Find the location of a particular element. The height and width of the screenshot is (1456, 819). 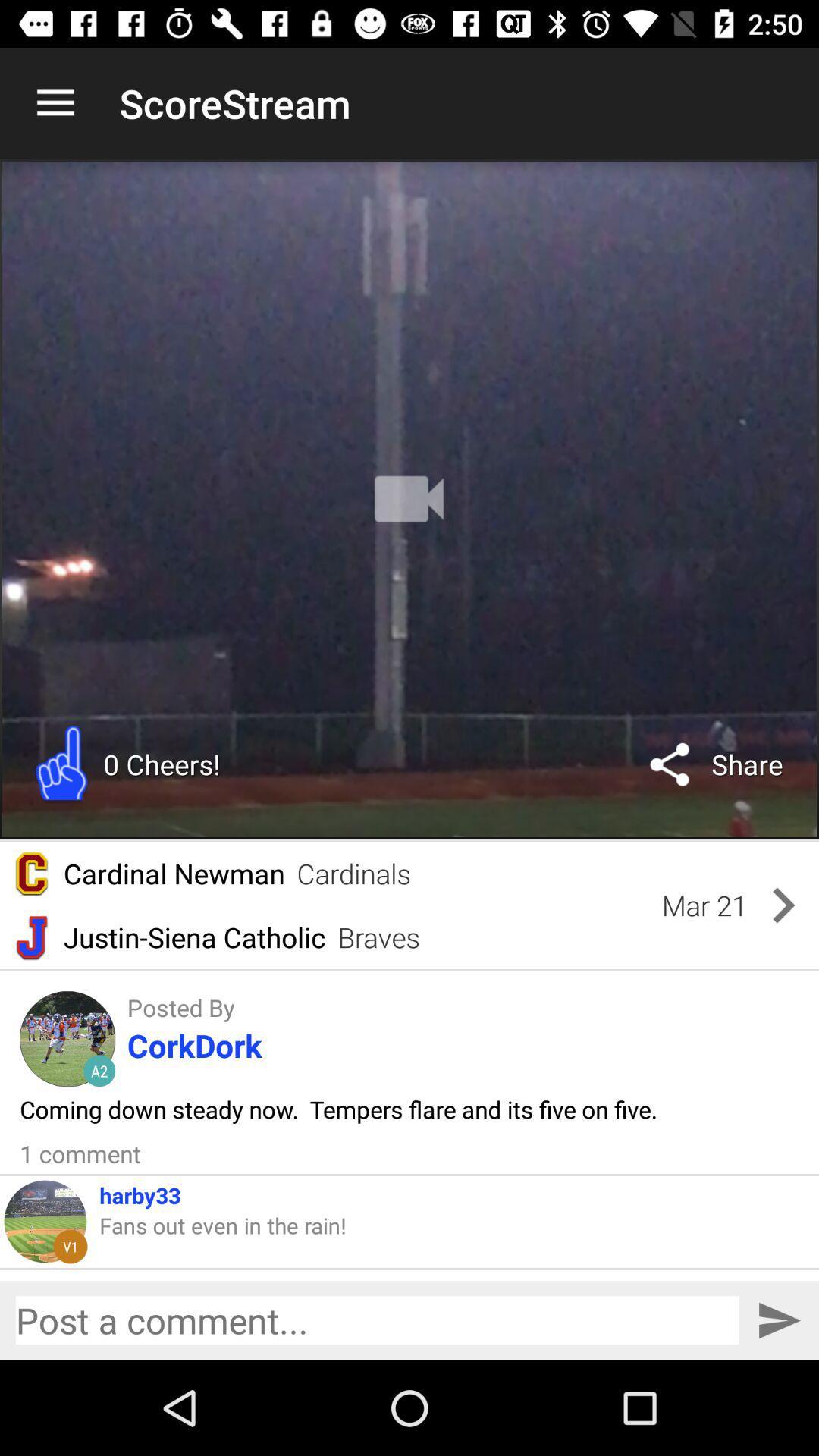

submit post to chat is located at coordinates (779, 1319).